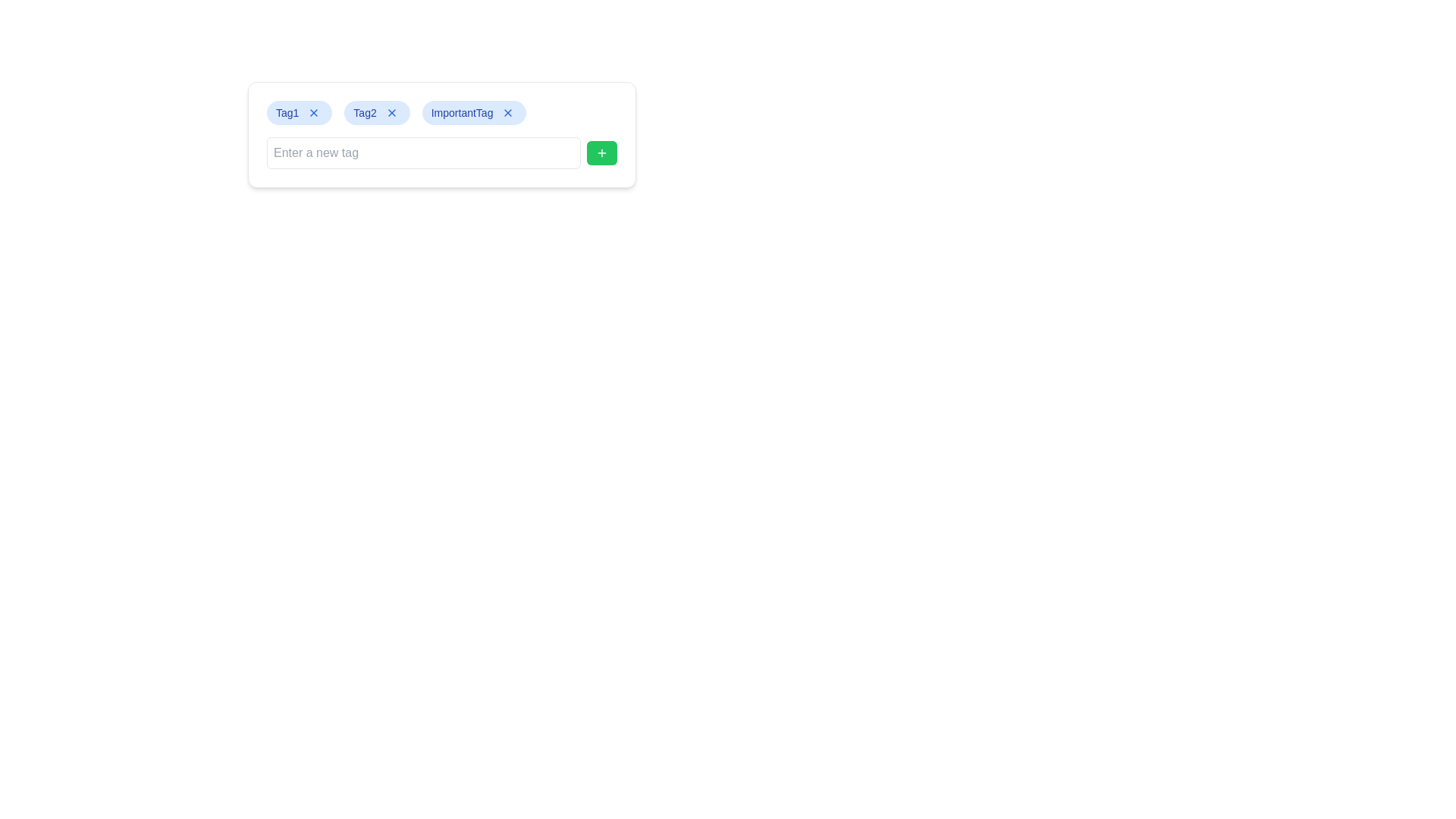  What do you see at coordinates (601, 152) in the screenshot?
I see `the plus sign icon located within the green rectangular button at the bottom right of the text input field` at bounding box center [601, 152].